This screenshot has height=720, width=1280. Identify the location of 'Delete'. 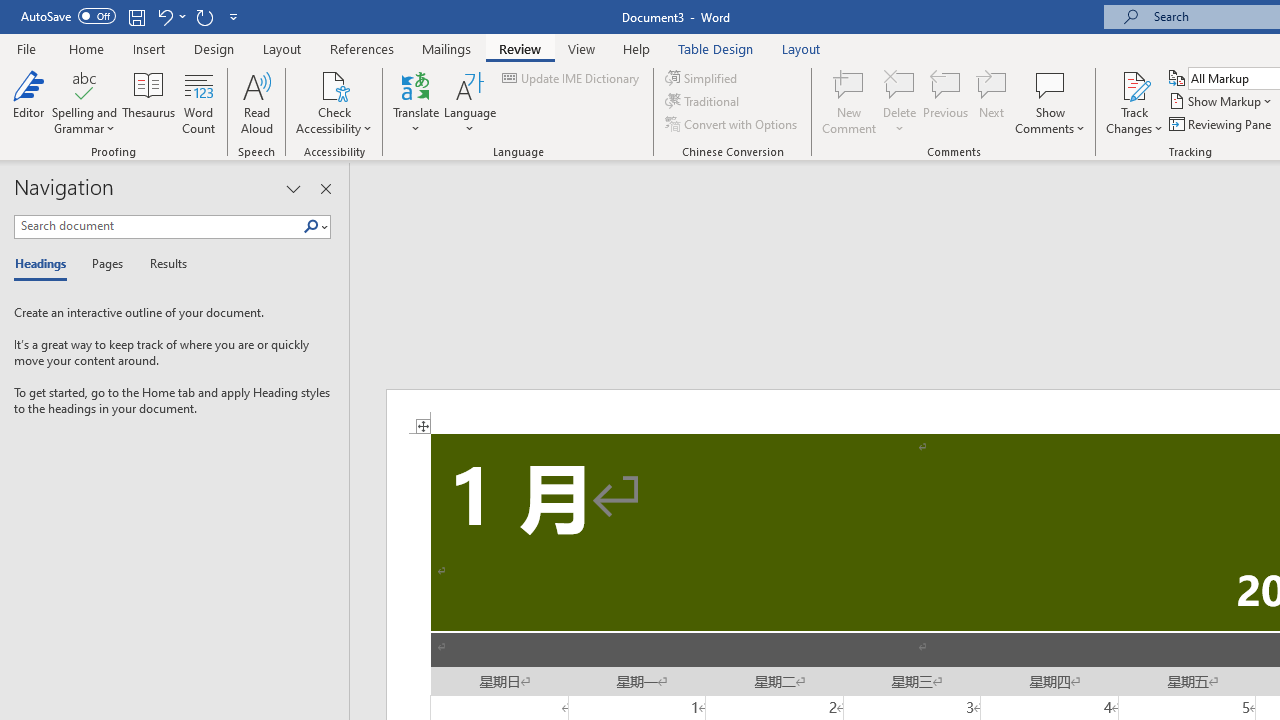
(899, 103).